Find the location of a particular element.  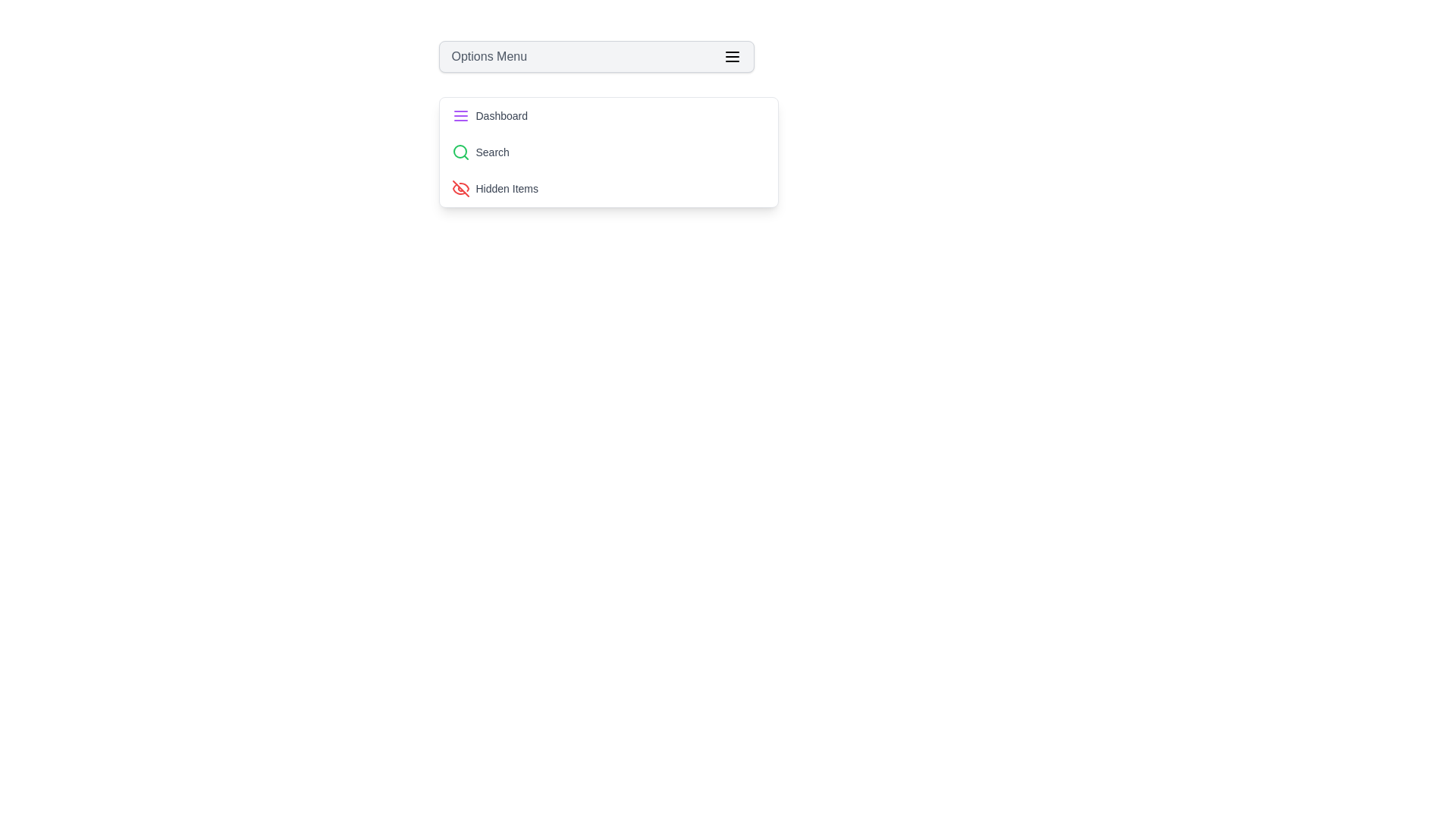

the text label displaying 'Hidden Items', which is styled in gray and located within the dropdown menu beneath the 'Options Menu' title is located at coordinates (507, 188).